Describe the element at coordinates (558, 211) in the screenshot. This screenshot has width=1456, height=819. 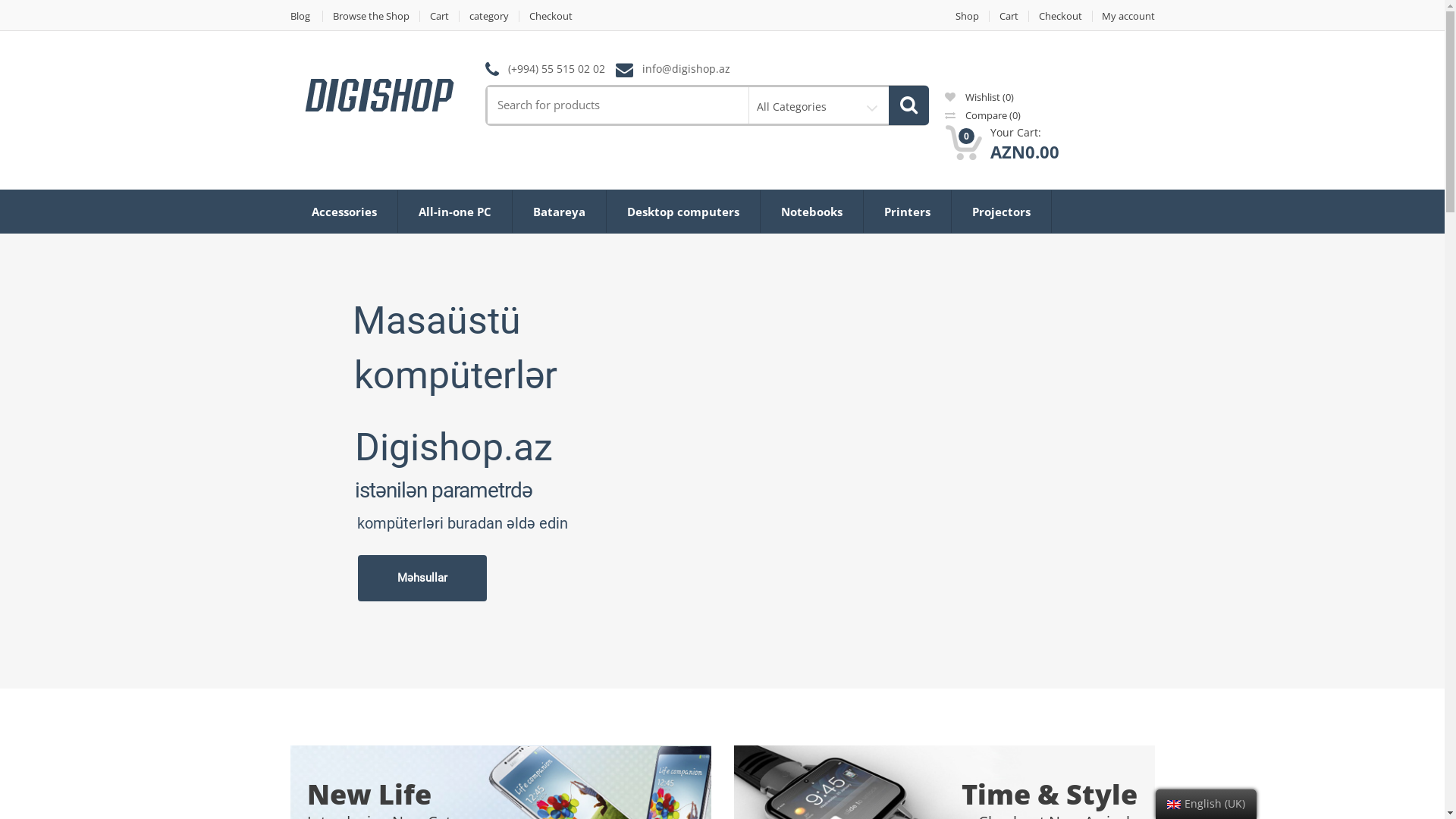
I see `'Batareya'` at that location.